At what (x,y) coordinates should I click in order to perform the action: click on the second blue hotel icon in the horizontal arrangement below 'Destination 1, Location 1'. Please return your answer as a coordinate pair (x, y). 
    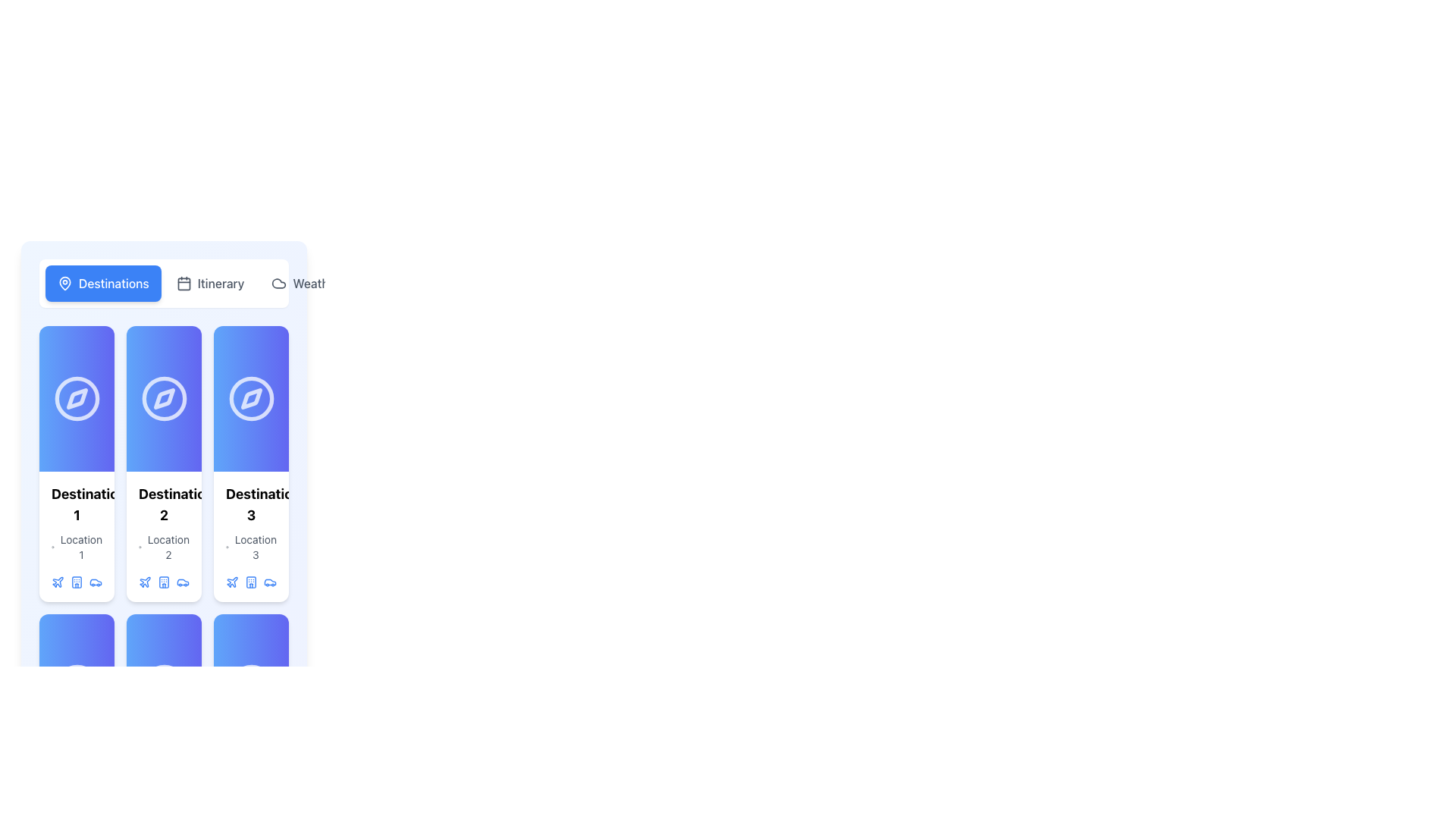
    Looking at the image, I should click on (76, 581).